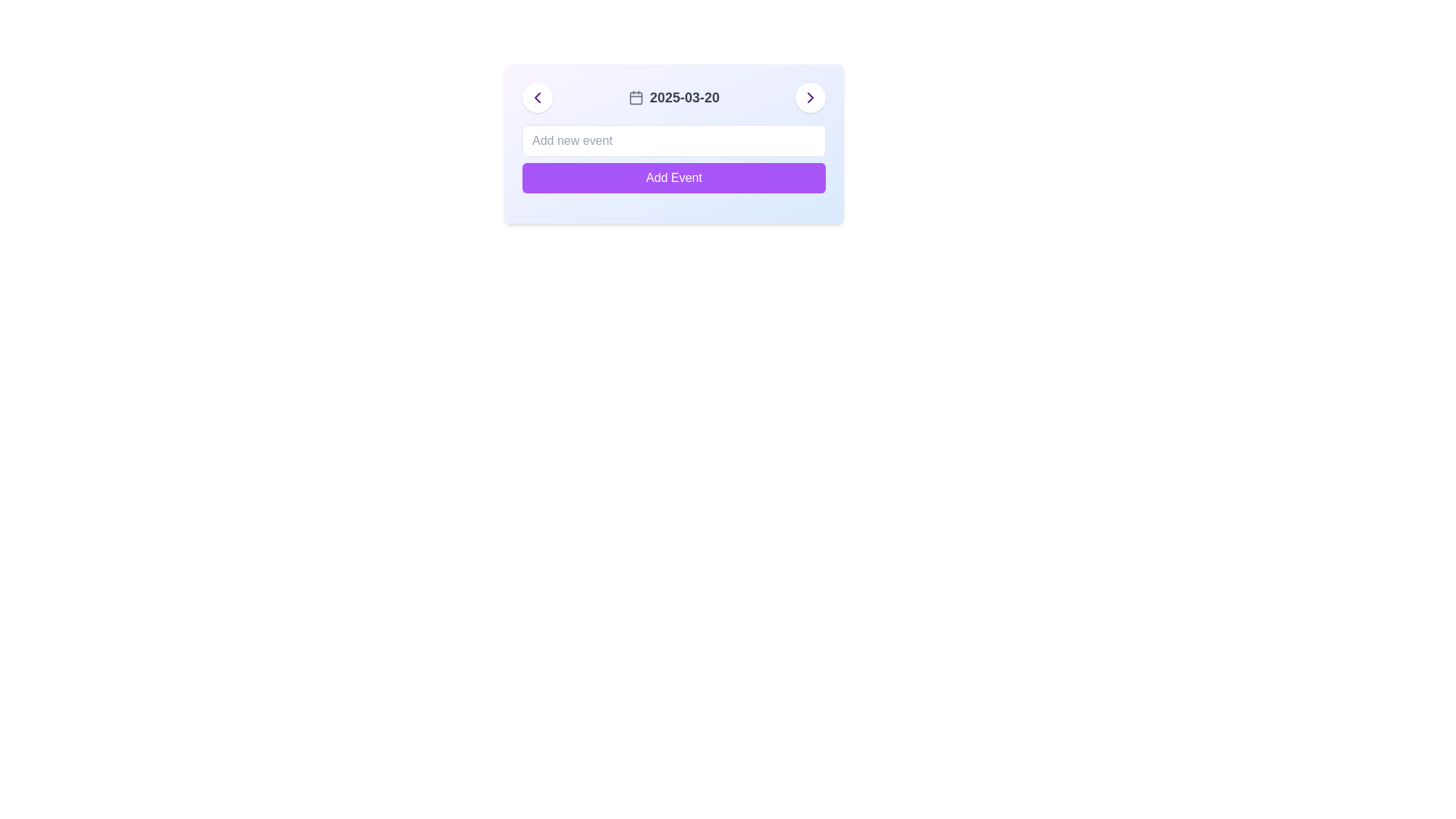  I want to click on the chevron icon button on the far-right side of the header section, so click(810, 97).